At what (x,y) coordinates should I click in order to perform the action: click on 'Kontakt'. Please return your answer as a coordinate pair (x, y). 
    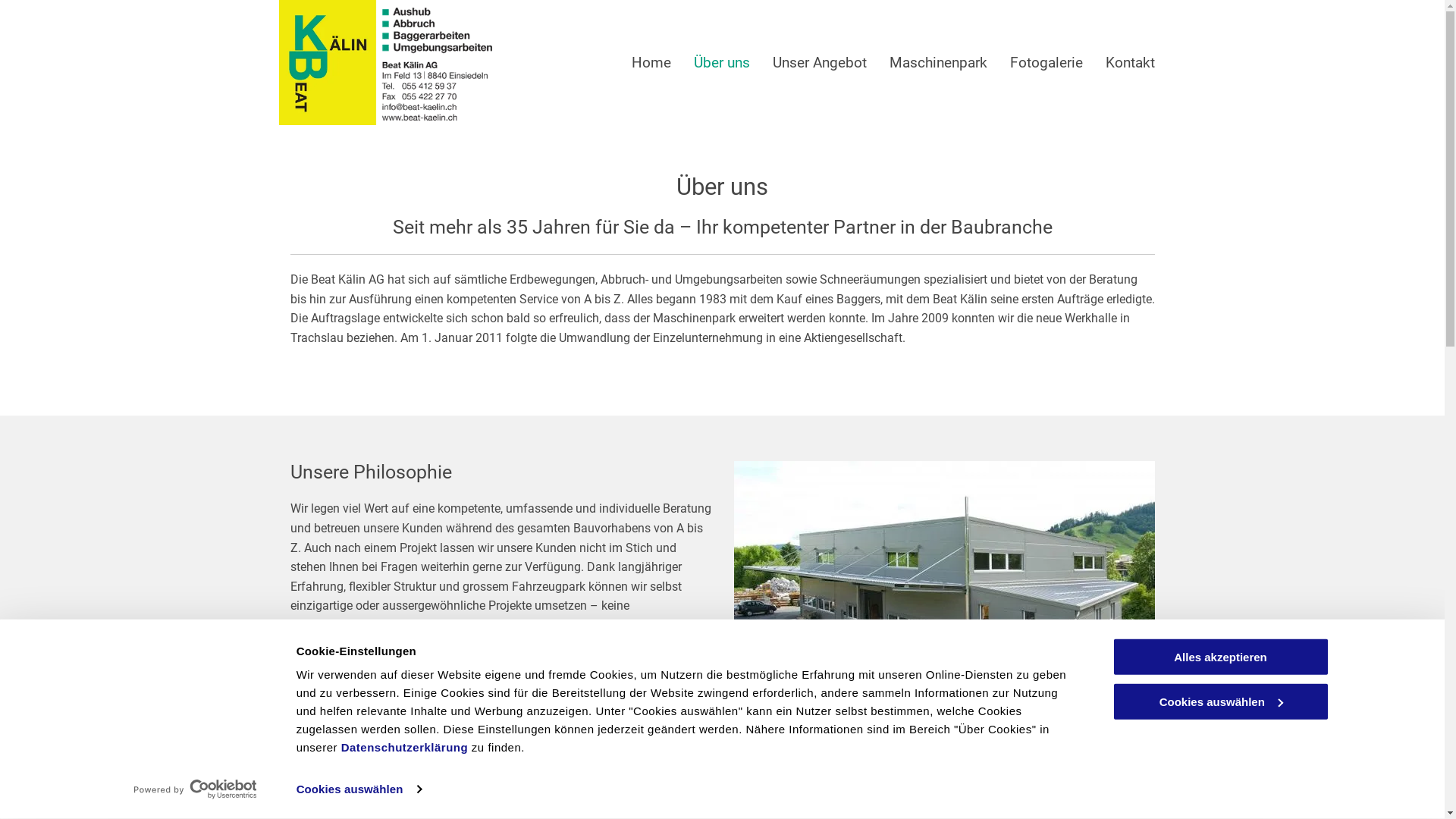
    Looking at the image, I should click on (1130, 61).